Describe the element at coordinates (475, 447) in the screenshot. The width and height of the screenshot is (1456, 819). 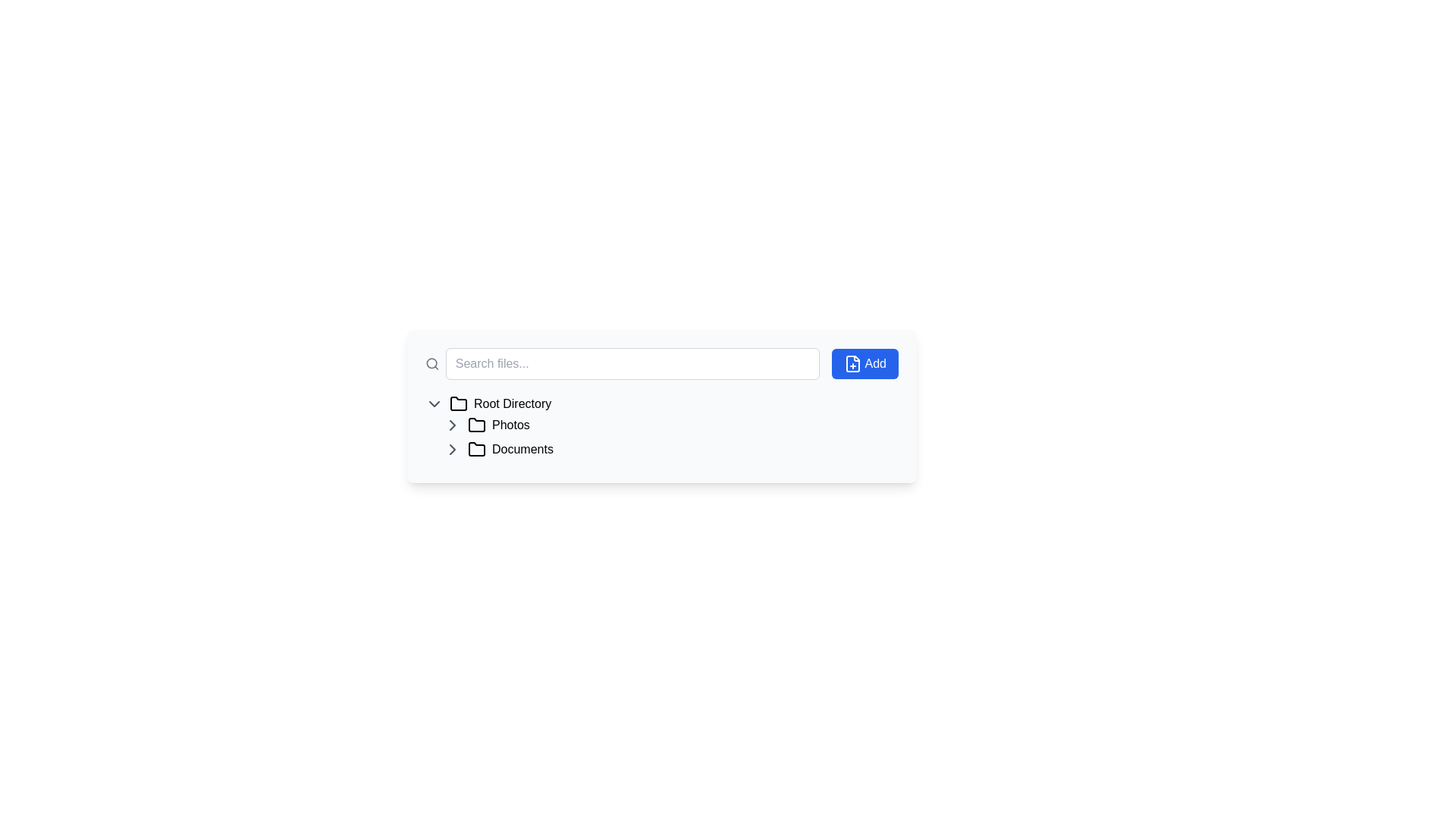
I see `the folder icon, which has rounded edges and a filled appearance, located` at that location.